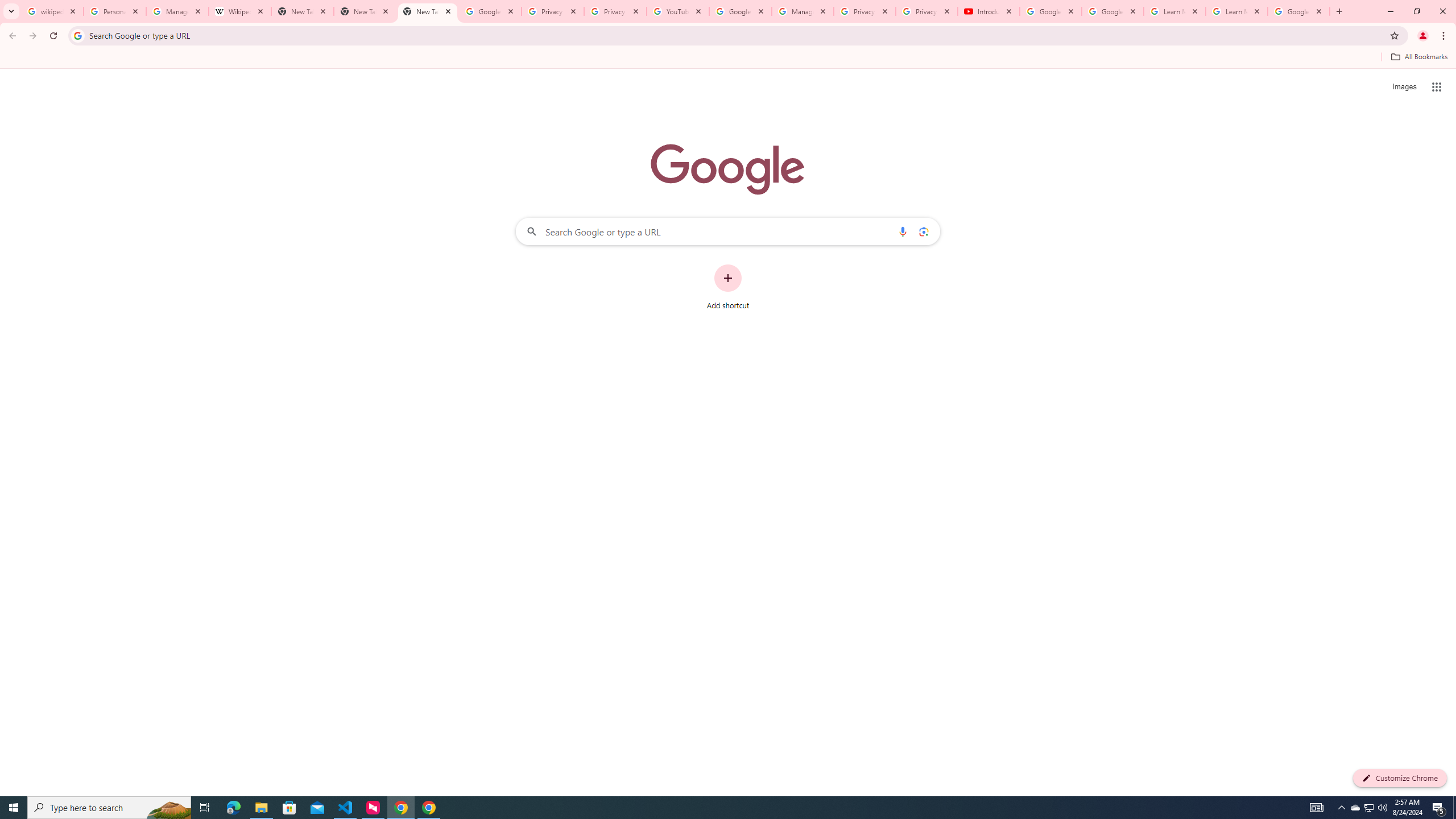 The height and width of the screenshot is (819, 1456). Describe the element at coordinates (1404, 87) in the screenshot. I see `'Search for Images '` at that location.